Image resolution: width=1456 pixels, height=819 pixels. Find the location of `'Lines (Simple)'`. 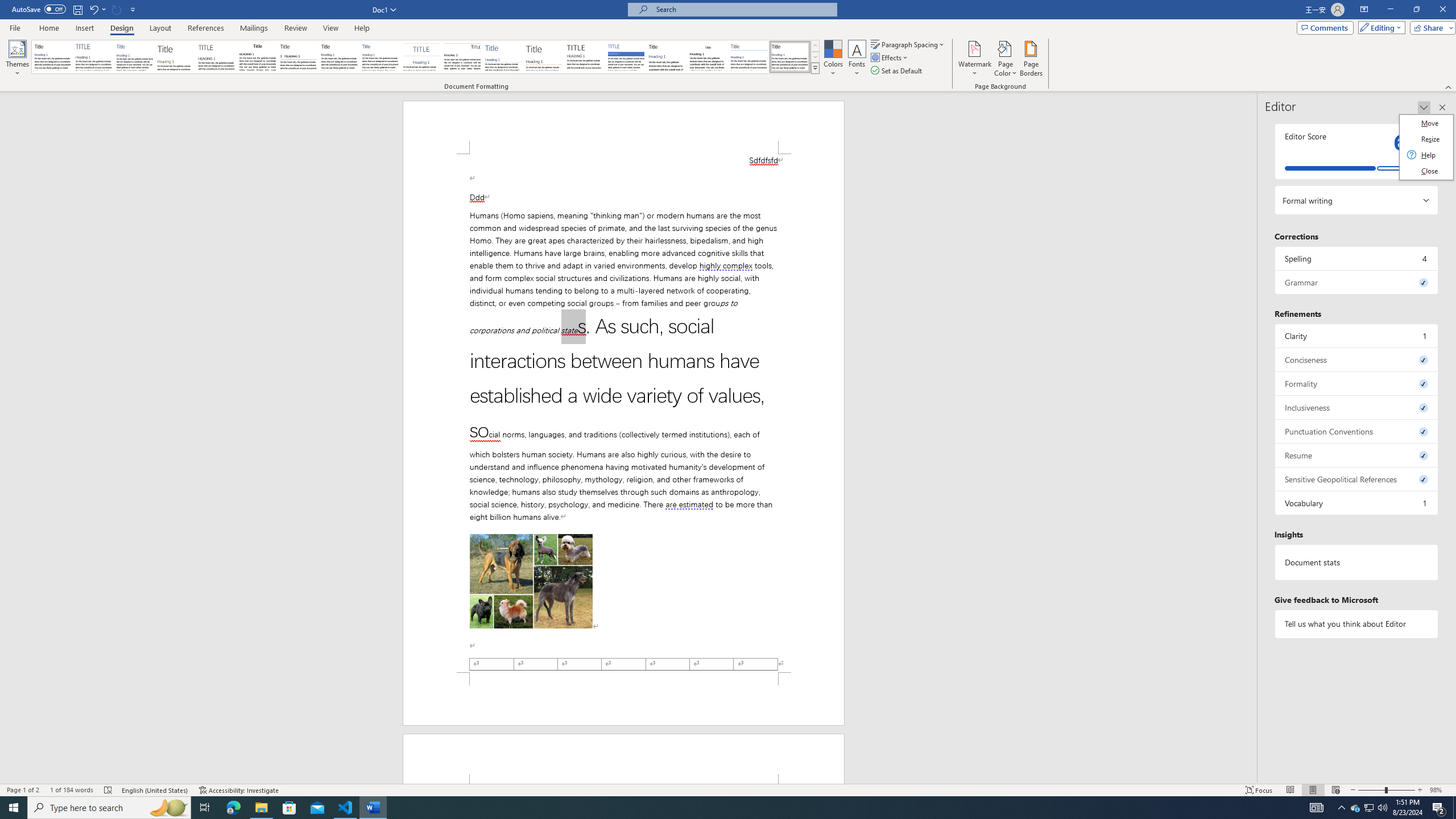

'Lines (Simple)' is located at coordinates (503, 56).